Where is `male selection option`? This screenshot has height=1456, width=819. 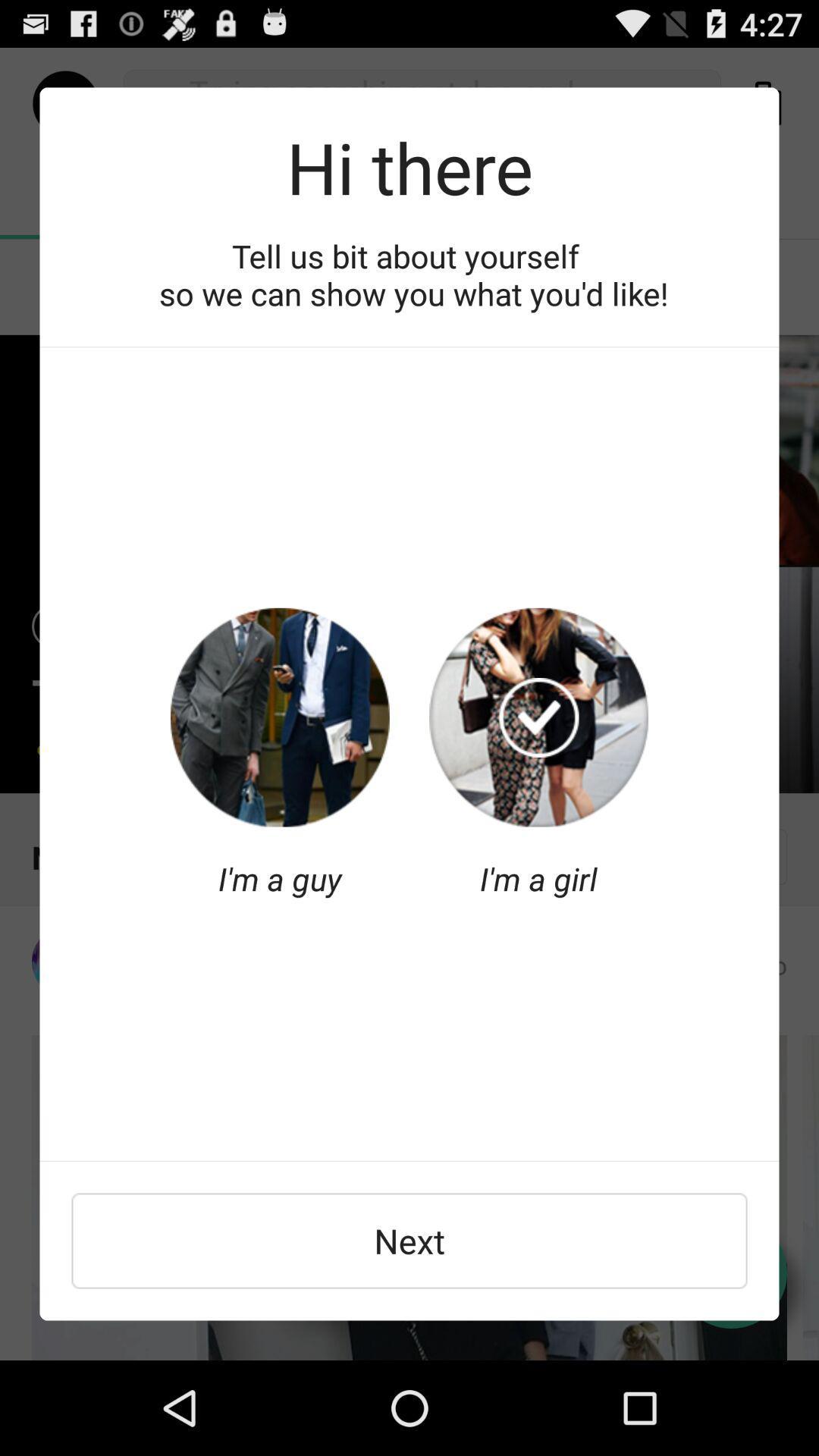
male selection option is located at coordinates (280, 717).